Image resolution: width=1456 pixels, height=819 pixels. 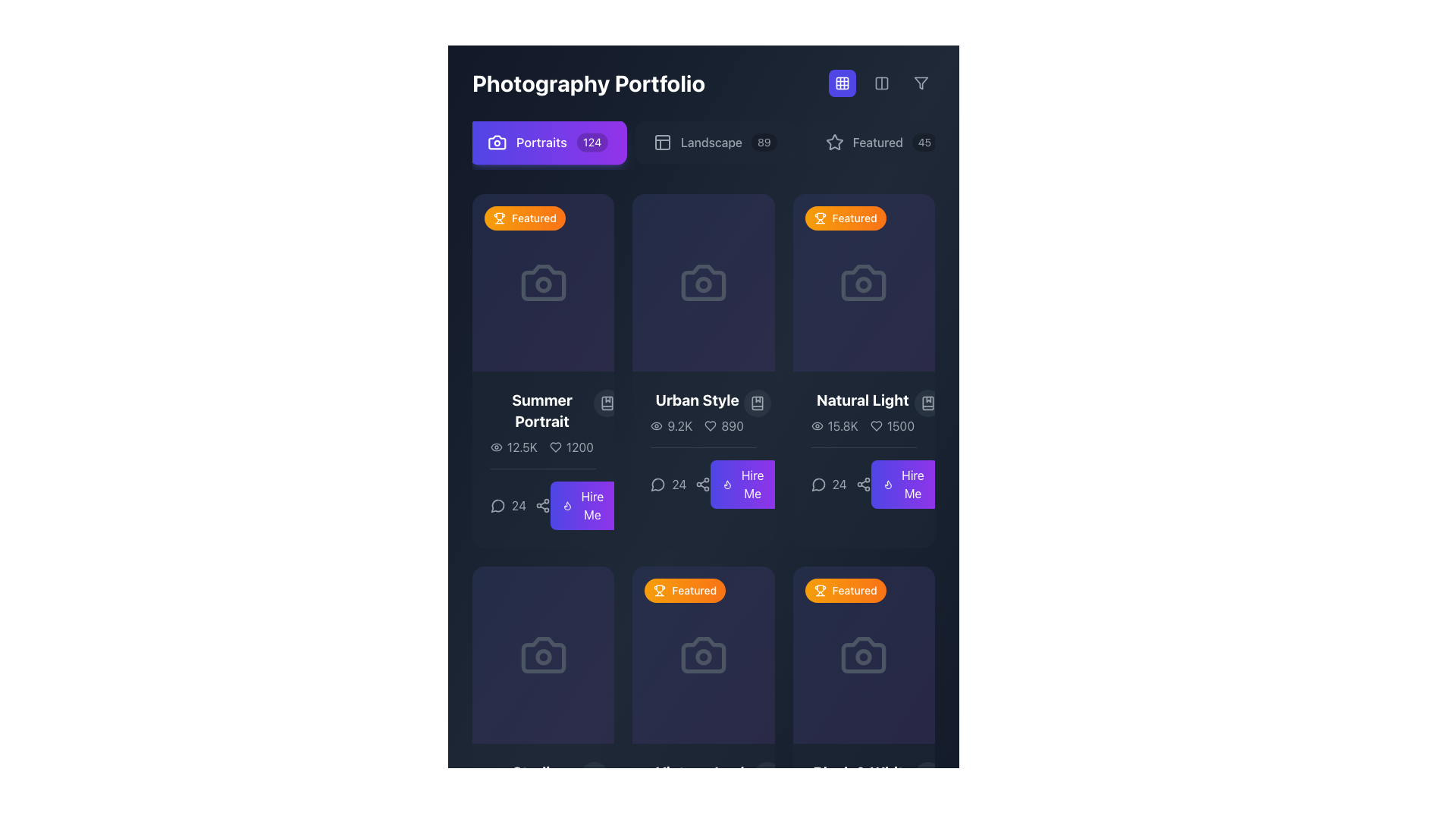 What do you see at coordinates (745, 485) in the screenshot?
I see `the 'Hire Me' button located in the lower section of the 'Urban Style' card, which is the second card in the row of portfolio items under the category 'Portraits'` at bounding box center [745, 485].